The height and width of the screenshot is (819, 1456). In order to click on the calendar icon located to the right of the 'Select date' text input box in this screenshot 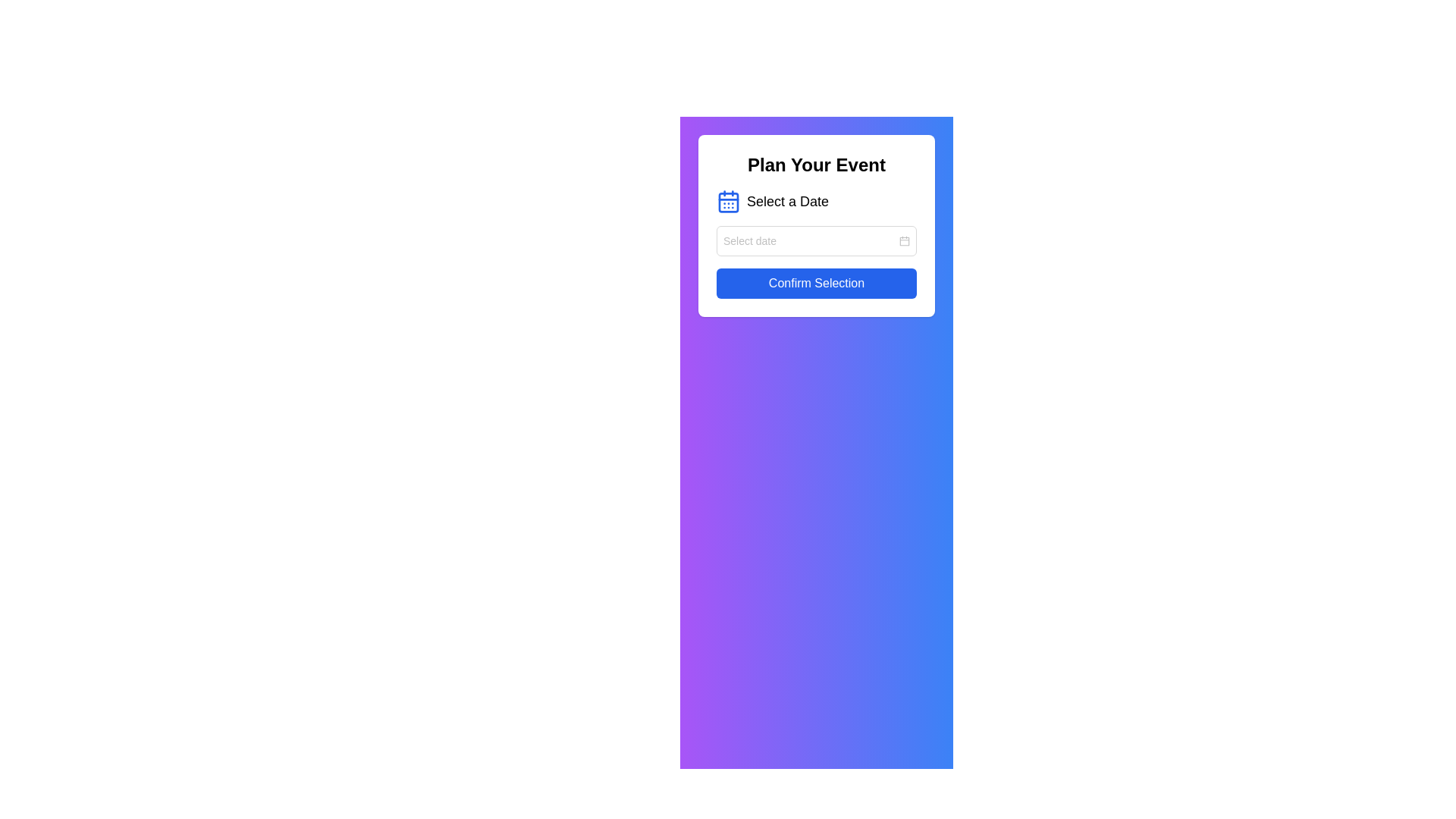, I will do `click(905, 240)`.